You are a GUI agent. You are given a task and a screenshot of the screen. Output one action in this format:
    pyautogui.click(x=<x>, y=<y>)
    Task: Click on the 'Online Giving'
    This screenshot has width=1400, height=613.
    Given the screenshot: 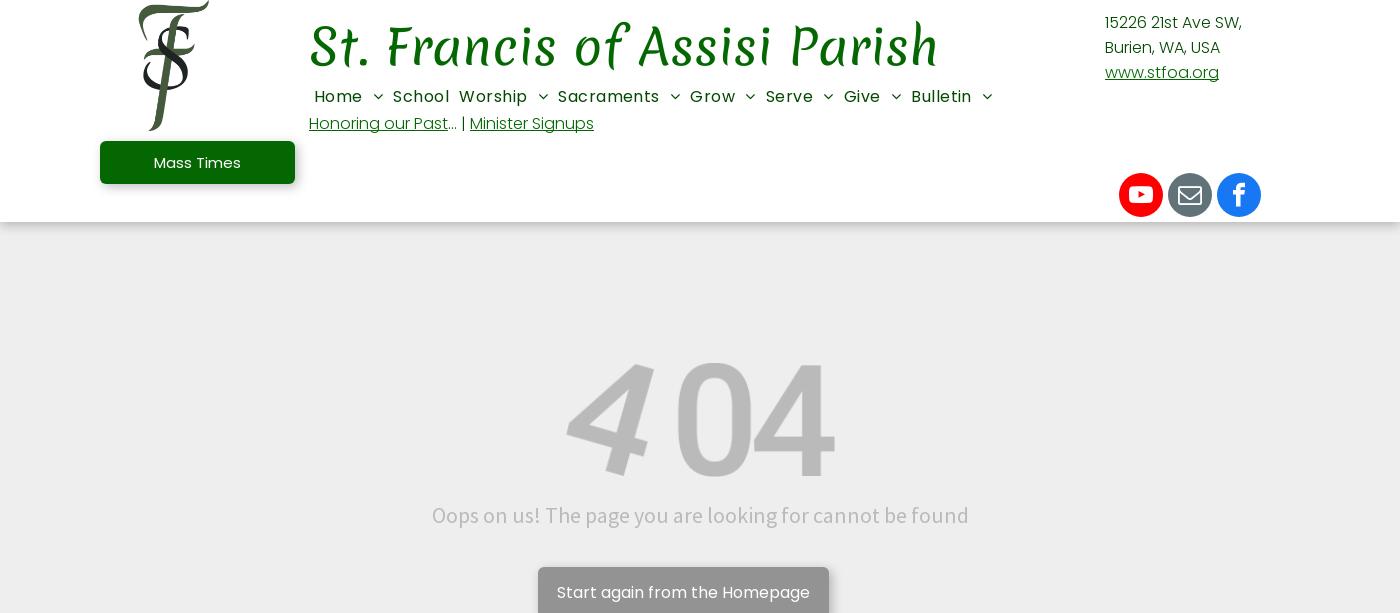 What is the action you would take?
    pyautogui.click(x=907, y=291)
    